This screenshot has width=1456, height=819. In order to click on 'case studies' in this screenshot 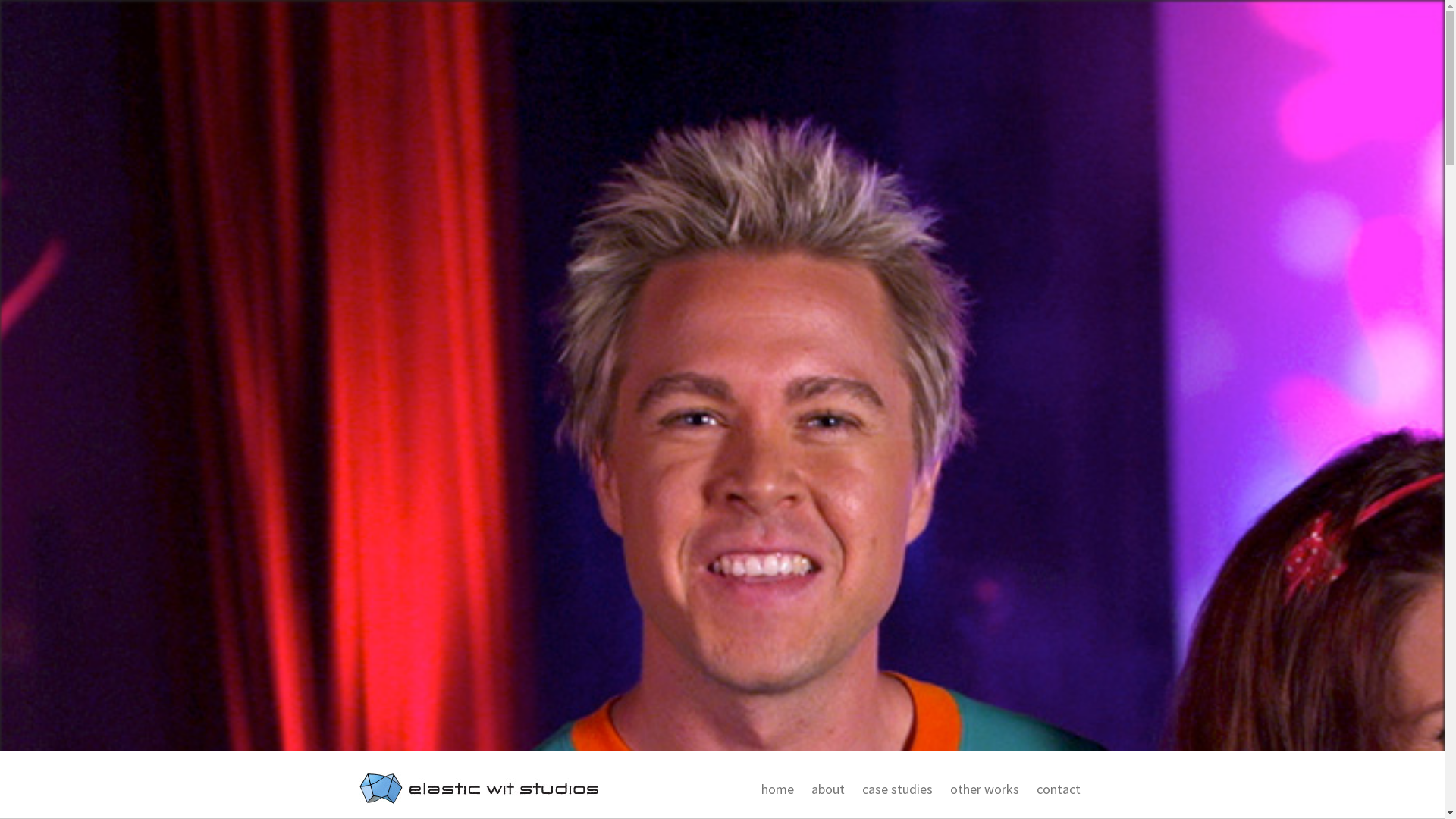, I will do `click(895, 789)`.